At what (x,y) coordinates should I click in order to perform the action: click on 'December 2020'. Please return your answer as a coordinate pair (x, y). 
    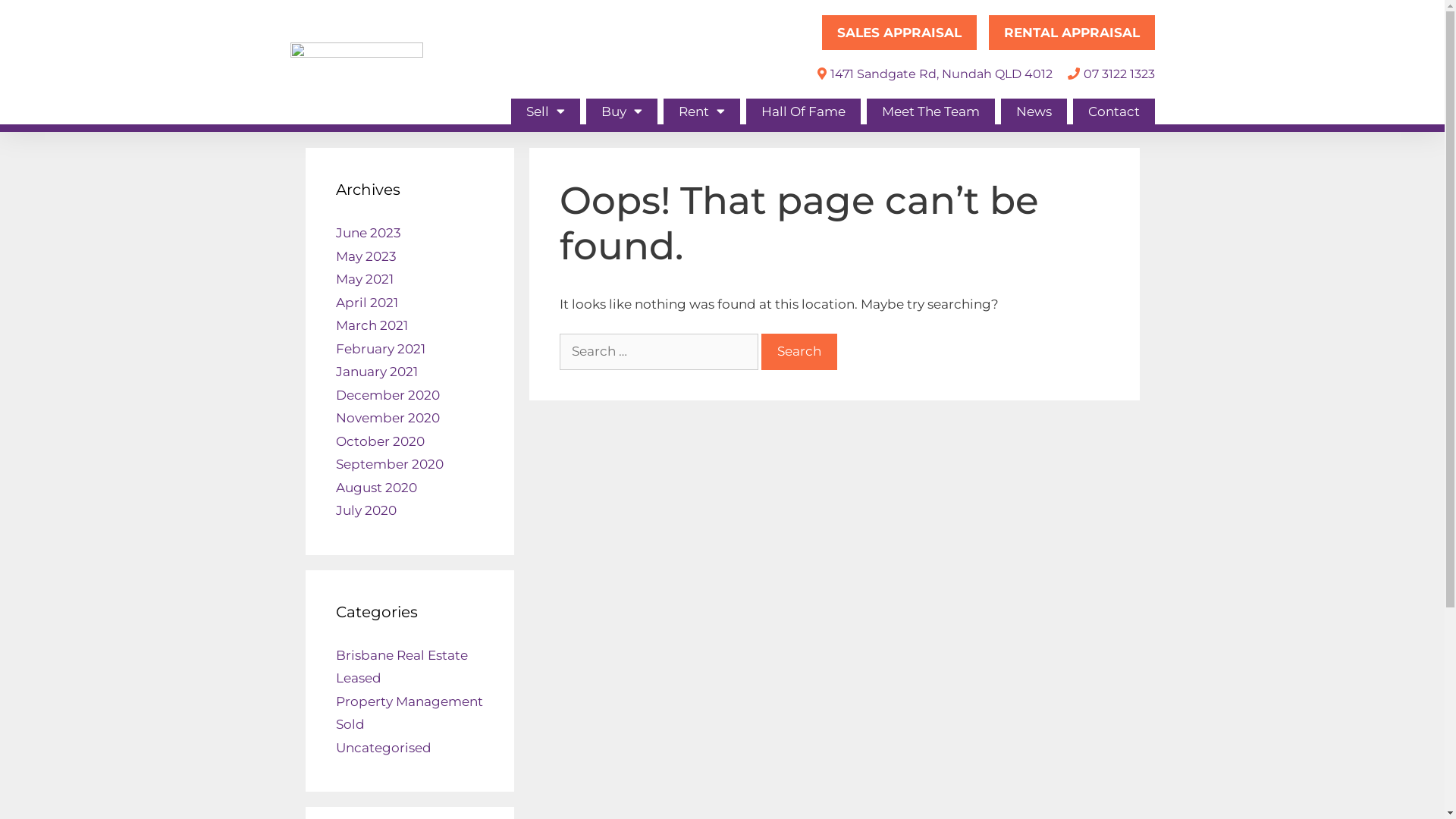
    Looking at the image, I should click on (387, 394).